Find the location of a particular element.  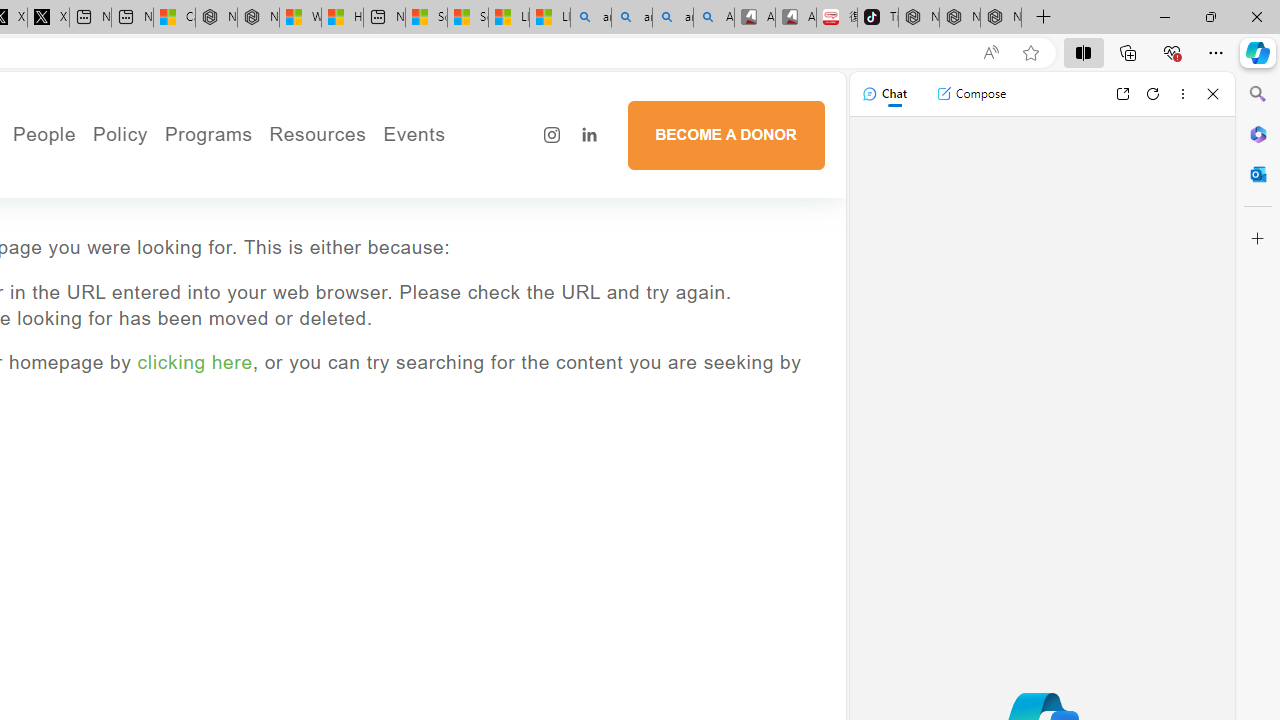

'Restore' is located at coordinates (1209, 16).